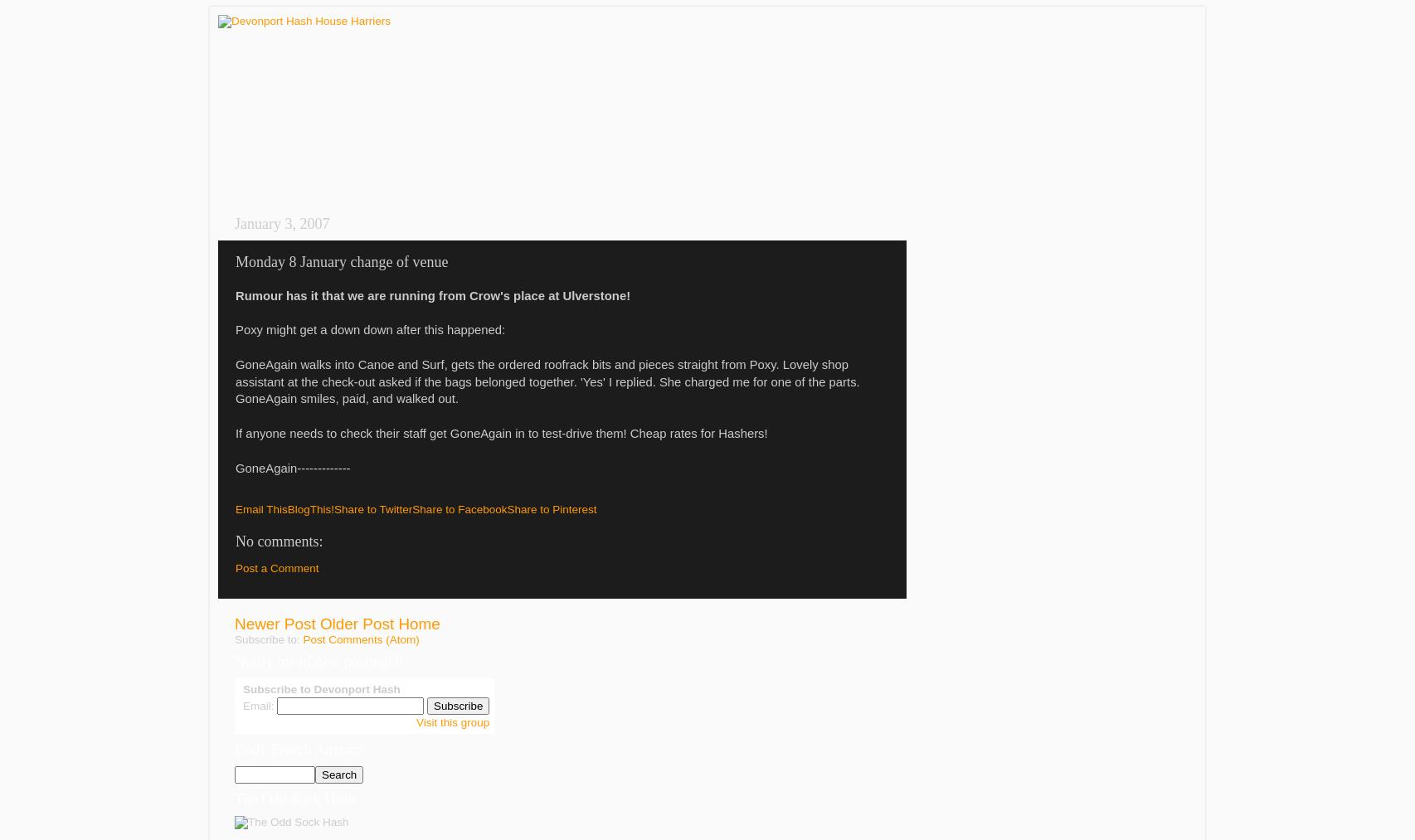 The height and width of the screenshot is (840, 1415). Describe the element at coordinates (550, 507) in the screenshot. I see `'Share to Pinterest'` at that location.